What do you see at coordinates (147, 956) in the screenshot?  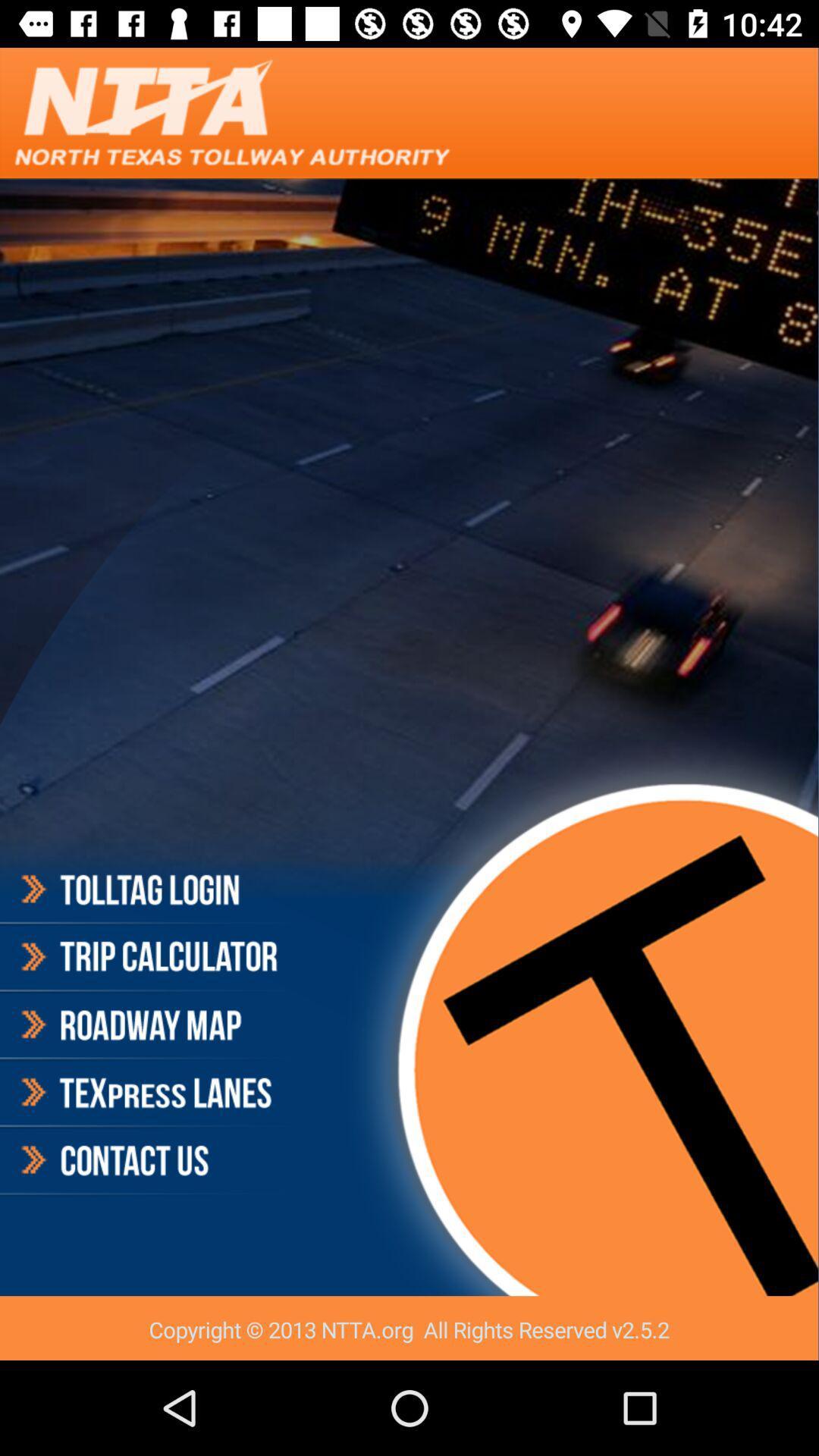 I see `trip calculator` at bounding box center [147, 956].